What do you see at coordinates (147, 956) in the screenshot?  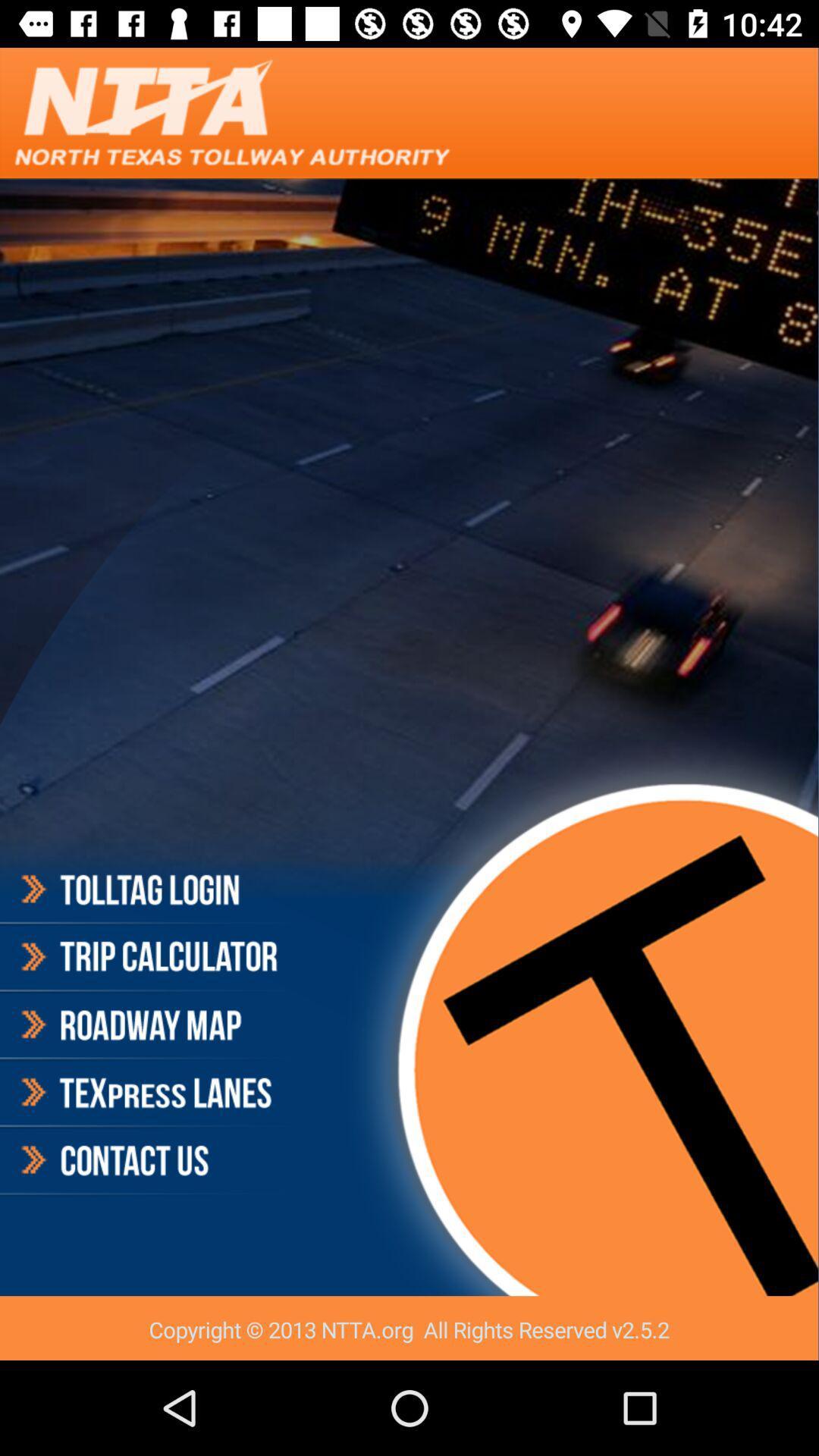 I see `trip calculator` at bounding box center [147, 956].